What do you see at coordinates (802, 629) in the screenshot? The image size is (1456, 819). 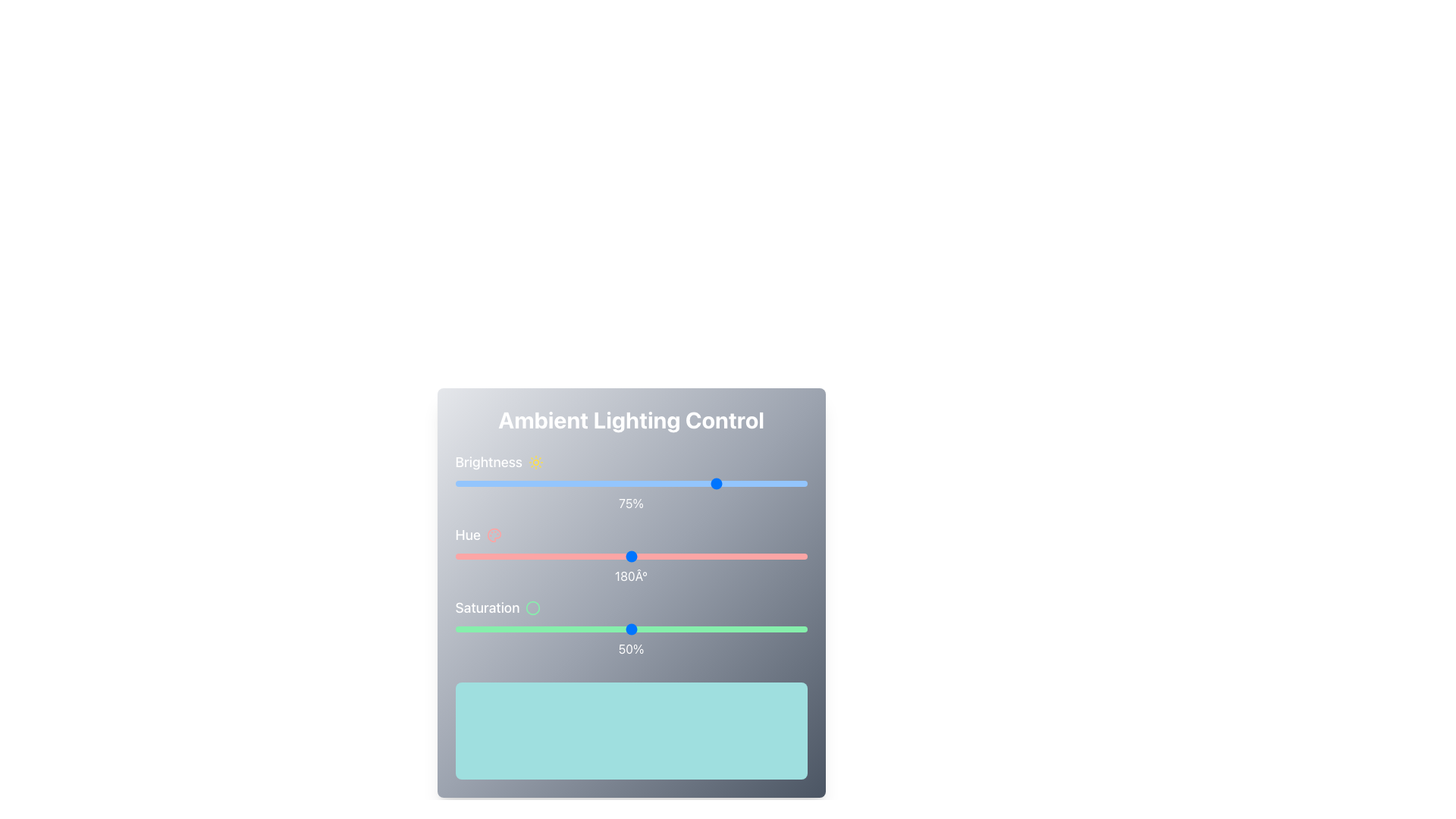 I see `saturation` at bounding box center [802, 629].